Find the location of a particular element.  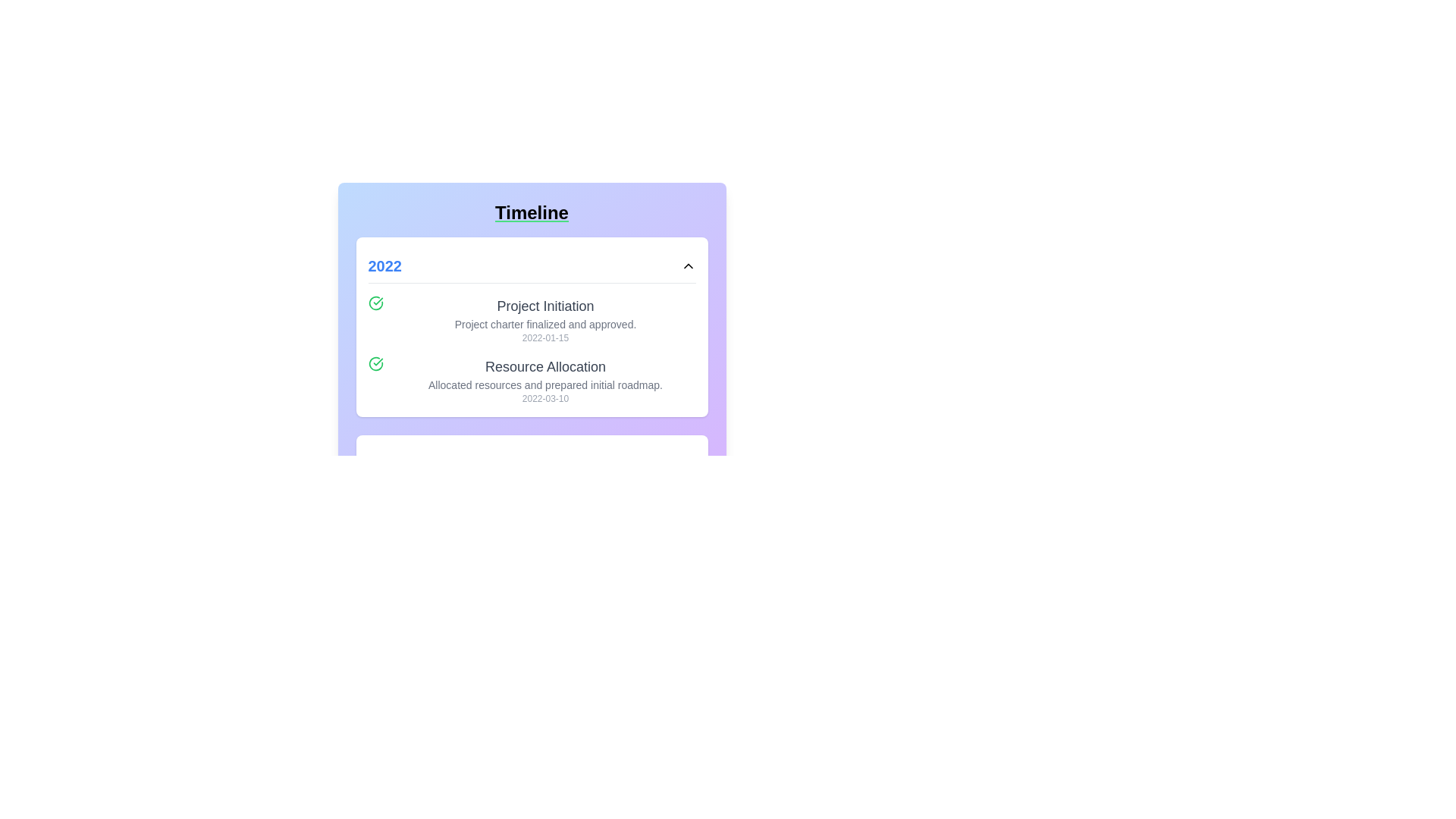

the text label that provides additional information about the 'Project Initiation' process, which is positioned under the title 'Project Initiation' and above the date '2022-01-15' is located at coordinates (545, 324).